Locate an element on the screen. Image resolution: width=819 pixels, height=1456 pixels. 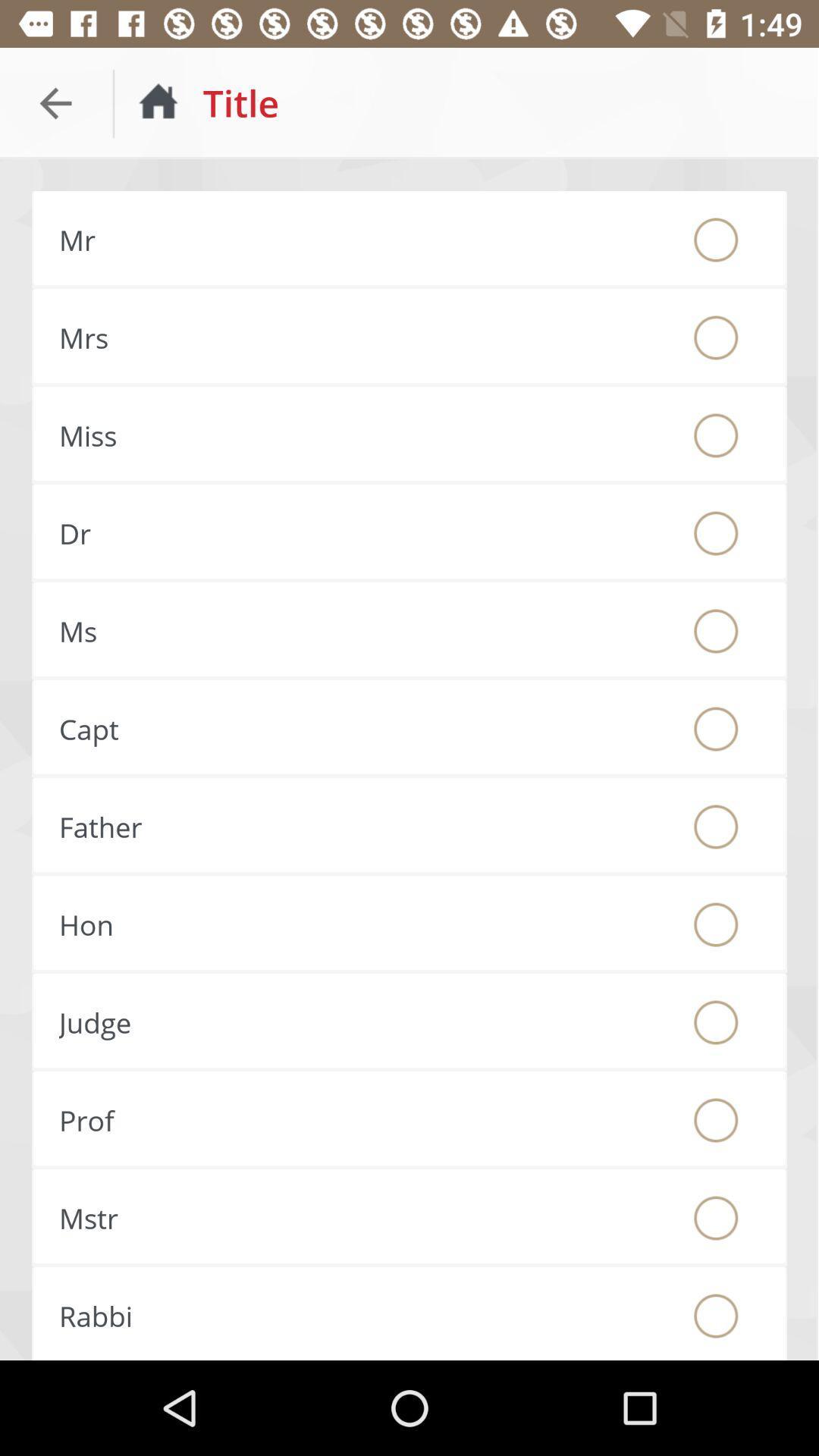
item above mr item is located at coordinates (55, 102).